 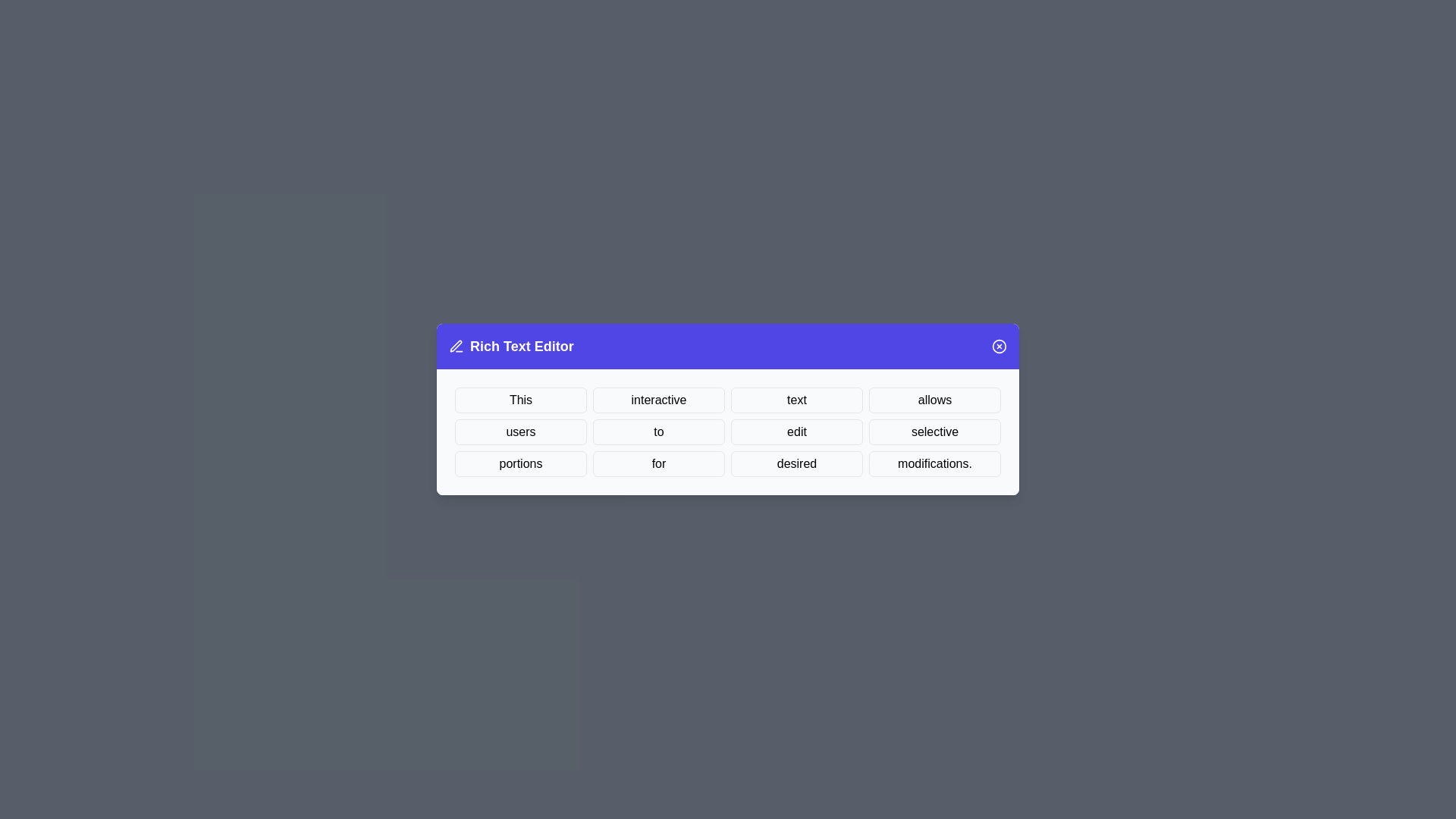 I want to click on the word modifications. to select it, so click(x=934, y=463).